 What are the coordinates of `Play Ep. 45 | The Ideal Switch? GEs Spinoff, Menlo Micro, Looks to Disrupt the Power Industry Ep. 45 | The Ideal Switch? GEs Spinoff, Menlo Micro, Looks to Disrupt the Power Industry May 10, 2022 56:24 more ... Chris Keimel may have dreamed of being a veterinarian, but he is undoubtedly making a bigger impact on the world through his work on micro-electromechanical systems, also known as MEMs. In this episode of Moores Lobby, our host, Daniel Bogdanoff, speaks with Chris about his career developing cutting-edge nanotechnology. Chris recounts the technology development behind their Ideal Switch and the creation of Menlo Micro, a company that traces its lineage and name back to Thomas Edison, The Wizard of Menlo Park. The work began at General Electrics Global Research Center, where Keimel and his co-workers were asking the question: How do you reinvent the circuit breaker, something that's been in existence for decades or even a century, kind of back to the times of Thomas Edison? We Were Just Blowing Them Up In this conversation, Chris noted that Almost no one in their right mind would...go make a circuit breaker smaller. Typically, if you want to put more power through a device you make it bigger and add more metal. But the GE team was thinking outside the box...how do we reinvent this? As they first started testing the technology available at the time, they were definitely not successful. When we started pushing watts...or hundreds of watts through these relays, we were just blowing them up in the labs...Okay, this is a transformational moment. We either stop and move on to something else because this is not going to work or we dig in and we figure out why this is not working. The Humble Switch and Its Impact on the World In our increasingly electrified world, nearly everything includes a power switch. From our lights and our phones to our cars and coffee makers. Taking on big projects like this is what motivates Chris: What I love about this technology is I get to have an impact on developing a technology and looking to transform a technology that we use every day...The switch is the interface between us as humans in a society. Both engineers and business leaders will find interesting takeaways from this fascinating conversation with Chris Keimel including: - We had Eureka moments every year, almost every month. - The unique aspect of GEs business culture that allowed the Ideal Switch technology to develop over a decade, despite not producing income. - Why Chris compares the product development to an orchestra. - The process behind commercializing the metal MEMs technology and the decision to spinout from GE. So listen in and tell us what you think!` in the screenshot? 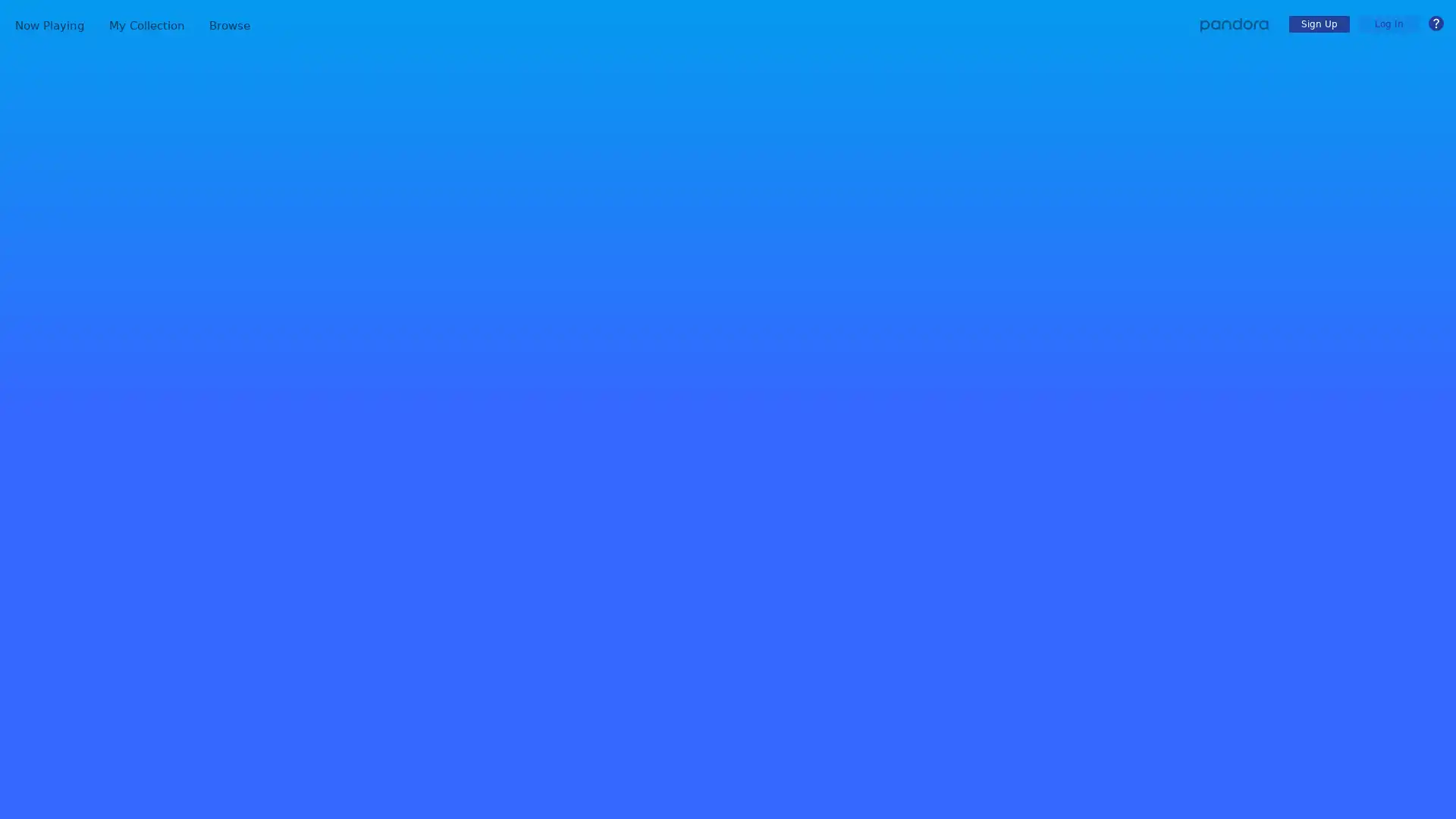 It's located at (974, 623).